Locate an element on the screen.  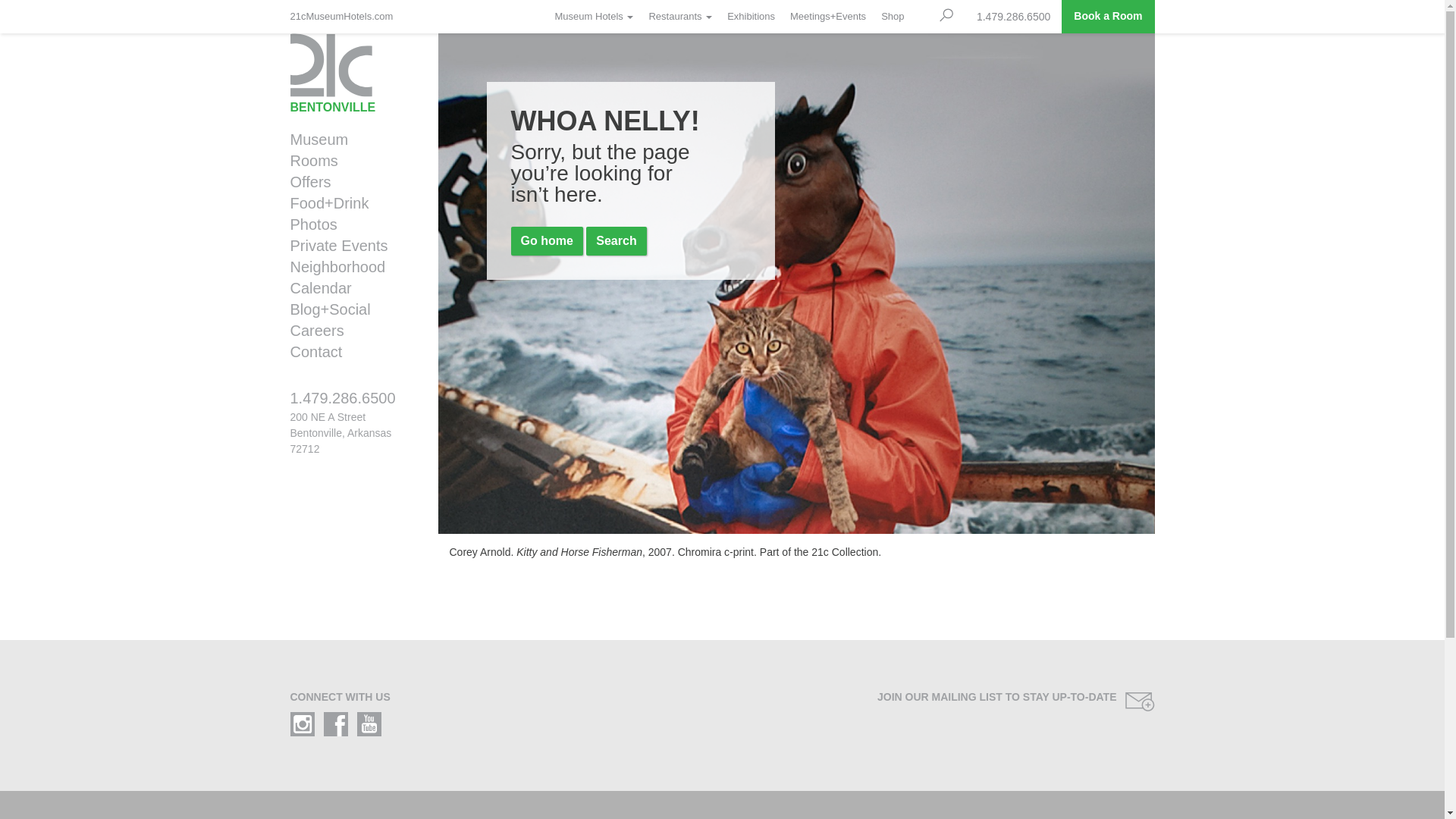
'Food+Drink' is located at coordinates (280, 202).